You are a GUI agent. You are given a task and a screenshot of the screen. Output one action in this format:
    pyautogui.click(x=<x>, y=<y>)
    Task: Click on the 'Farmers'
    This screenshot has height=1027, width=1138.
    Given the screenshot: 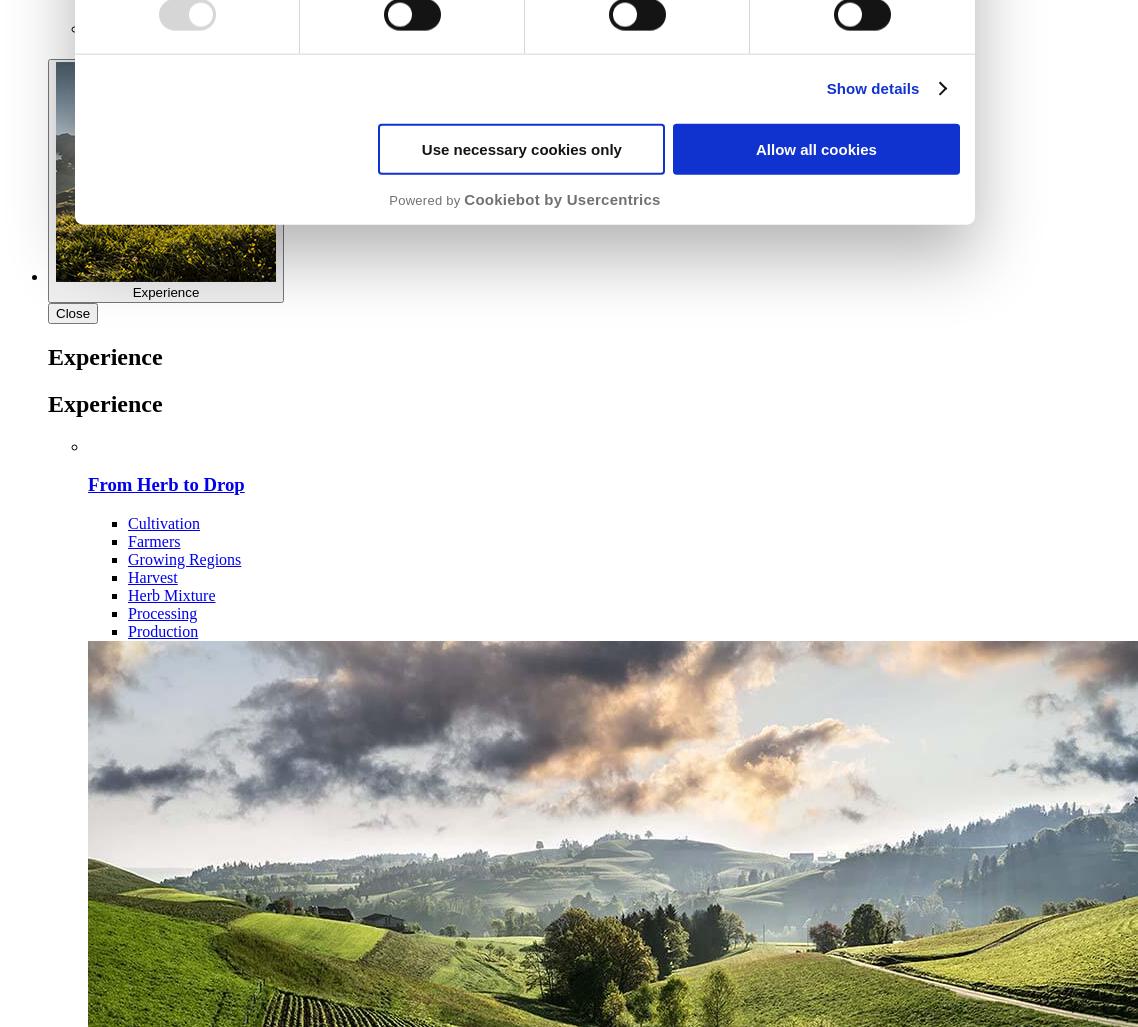 What is the action you would take?
    pyautogui.click(x=128, y=540)
    